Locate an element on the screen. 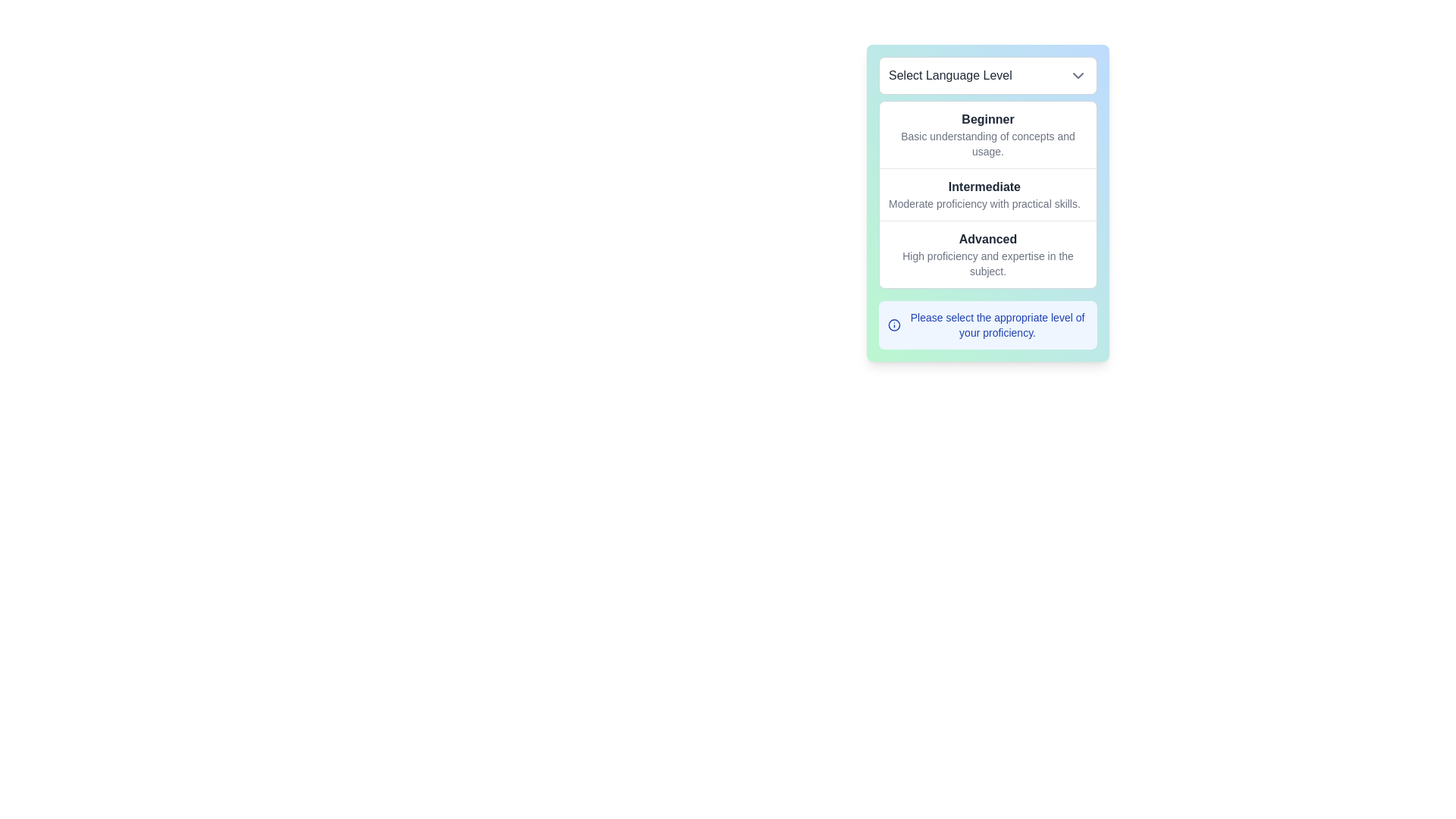 The image size is (1456, 819). the circular SVG graphic that is part of an informational icon located to the left of the text 'Please select the appropriate level of your proficiency.' is located at coordinates (894, 324).